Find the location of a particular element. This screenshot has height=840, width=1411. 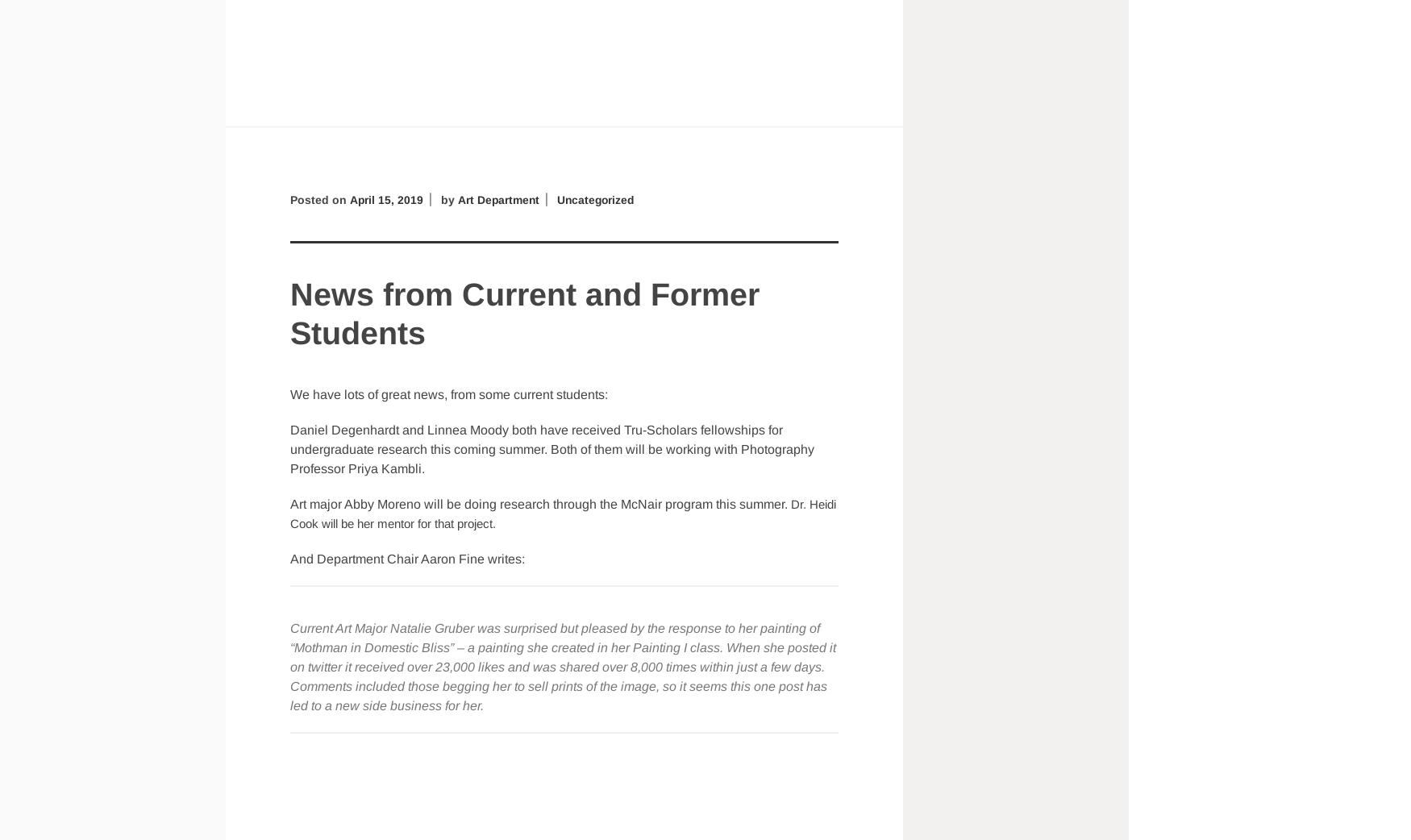

'Art major Abby Moreno will be doing research through the McNair program this summer.' is located at coordinates (539, 503).